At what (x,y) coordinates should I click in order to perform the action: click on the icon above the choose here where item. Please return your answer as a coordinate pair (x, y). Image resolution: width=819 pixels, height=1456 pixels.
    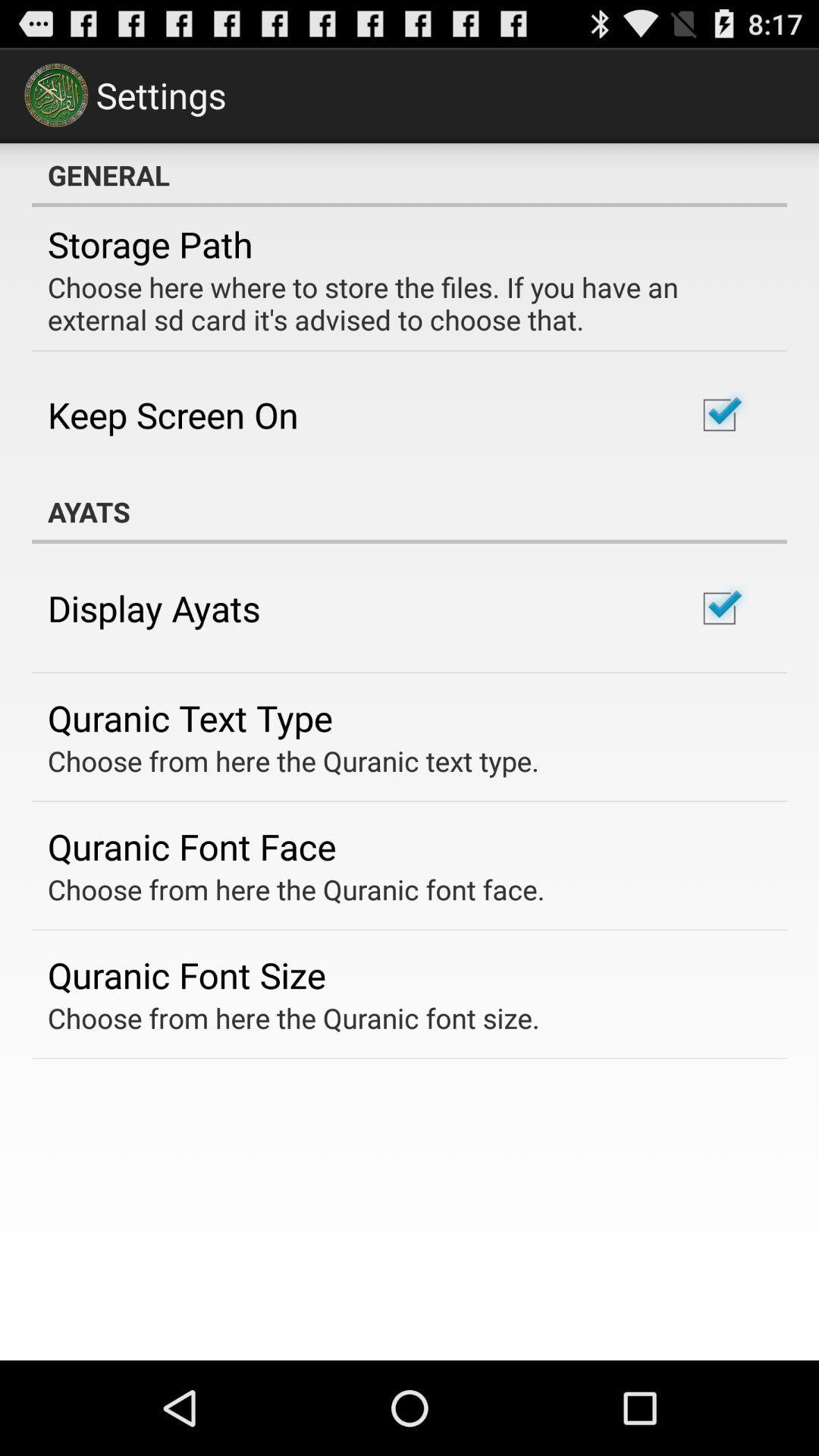
    Looking at the image, I should click on (150, 244).